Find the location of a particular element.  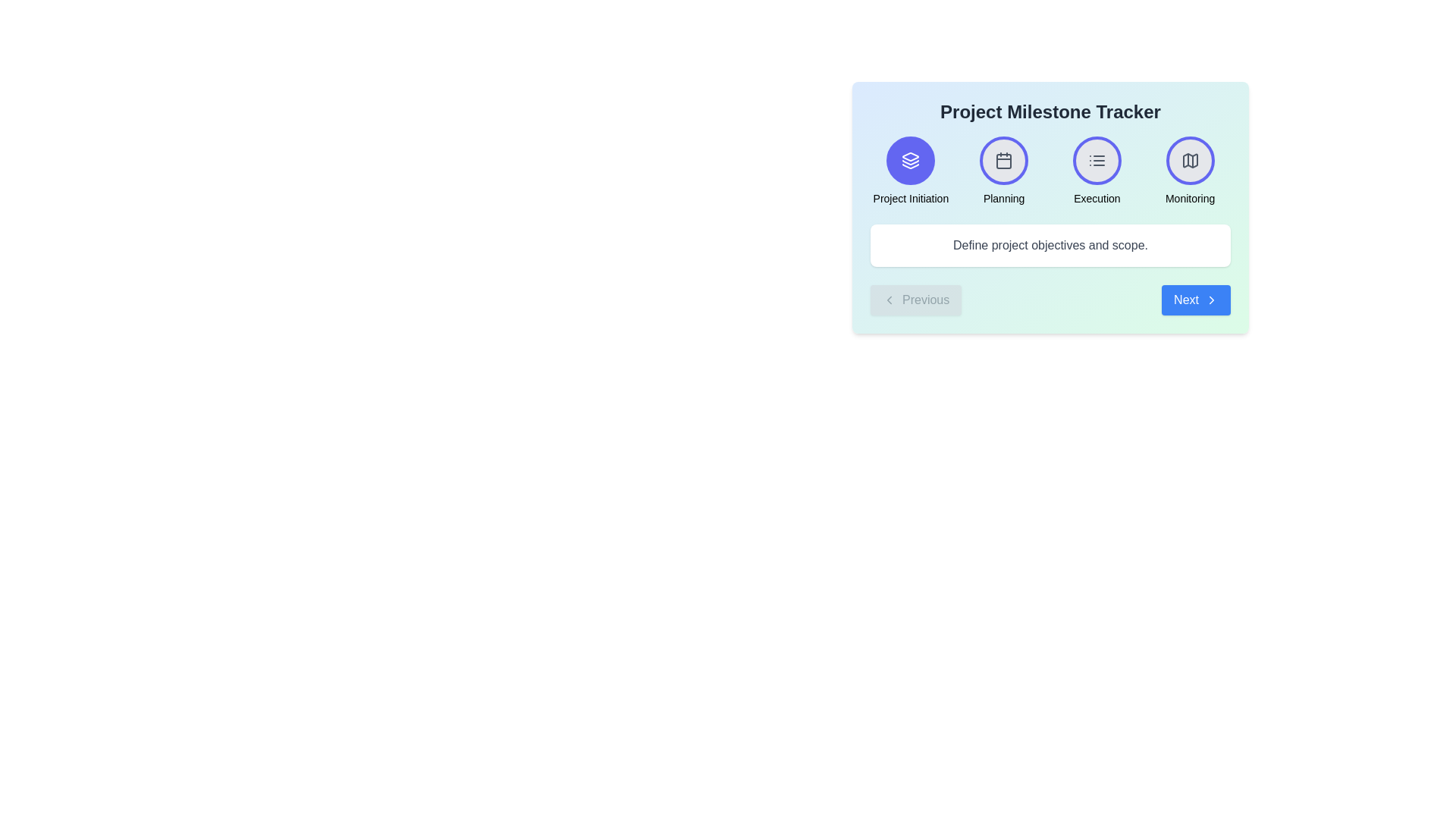

the chevron-shaped icon pointing left that is located within the 'Previous' button, adjacent to its label is located at coordinates (889, 300).